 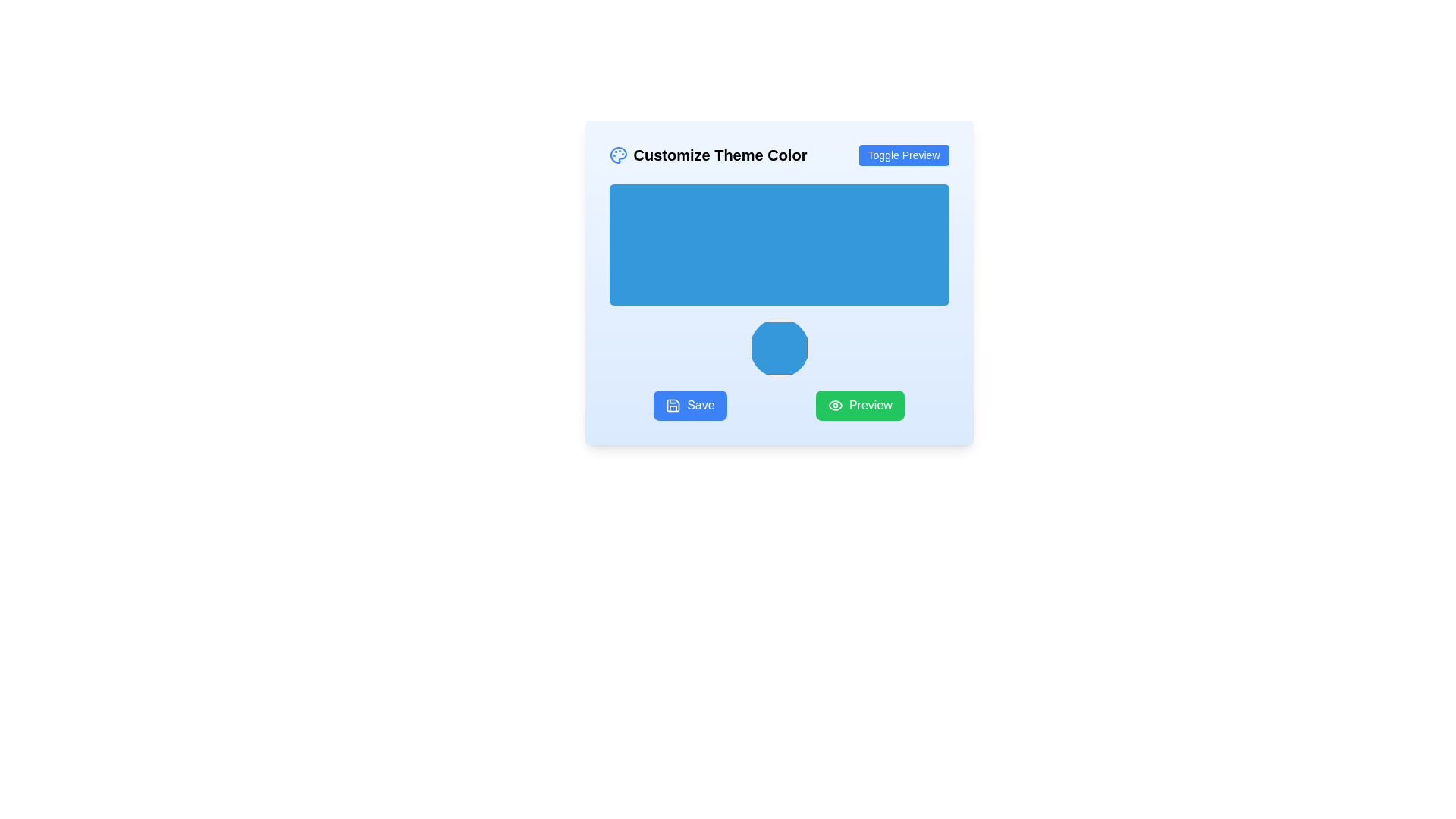 What do you see at coordinates (834, 405) in the screenshot?
I see `the 'Preview' button, which contains an eye icon indicating a preview function, located in the lower right section of the interface` at bounding box center [834, 405].